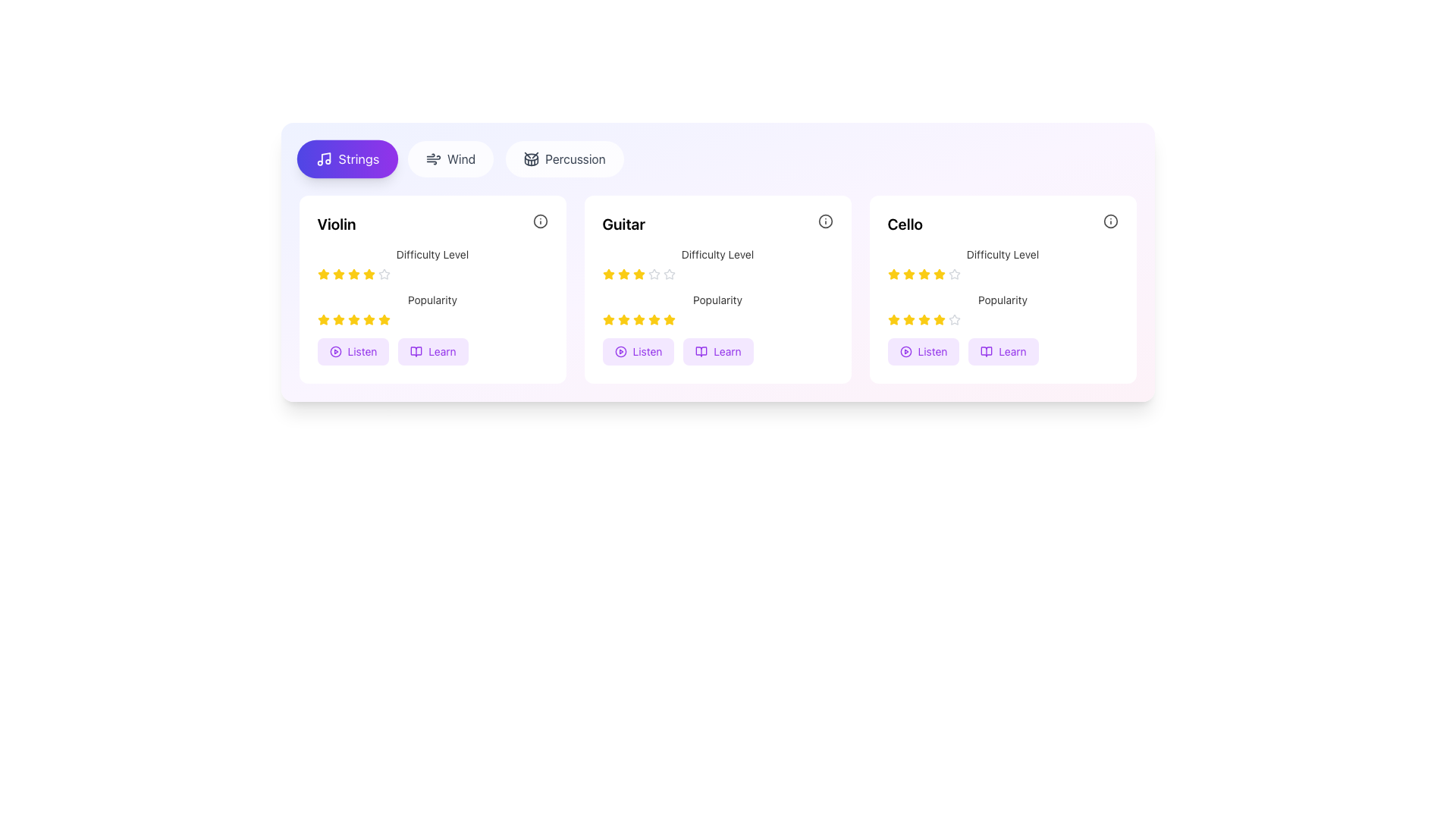  Describe the element at coordinates (654, 318) in the screenshot. I see `the sixth star icon in the horizontally aligned rating stars under the 'Popularity' section of the 'Guitar' card to rate it` at that location.